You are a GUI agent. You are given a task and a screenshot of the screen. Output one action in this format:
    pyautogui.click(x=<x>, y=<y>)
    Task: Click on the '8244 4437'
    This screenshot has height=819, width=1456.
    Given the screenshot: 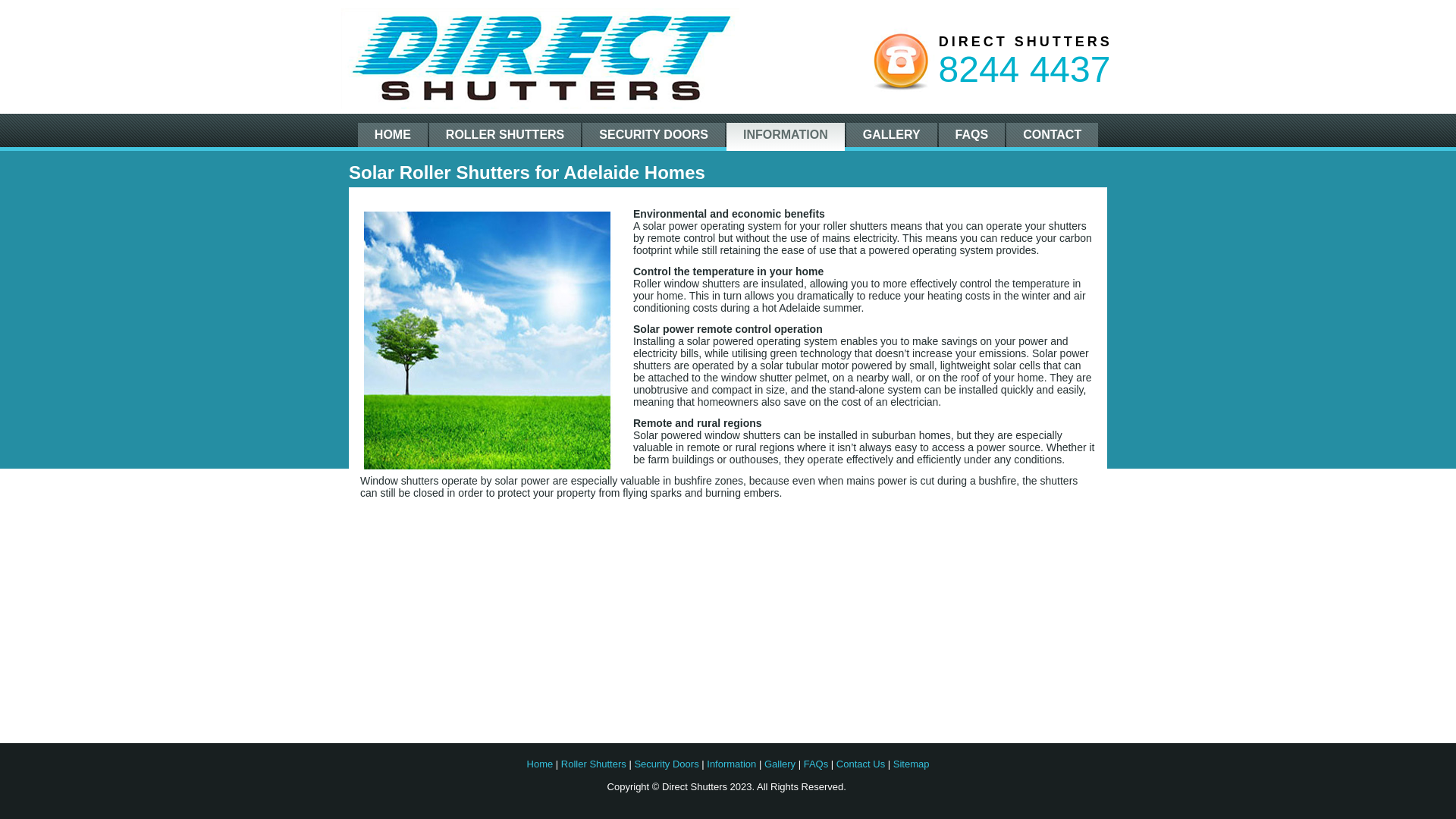 What is the action you would take?
    pyautogui.click(x=938, y=69)
    